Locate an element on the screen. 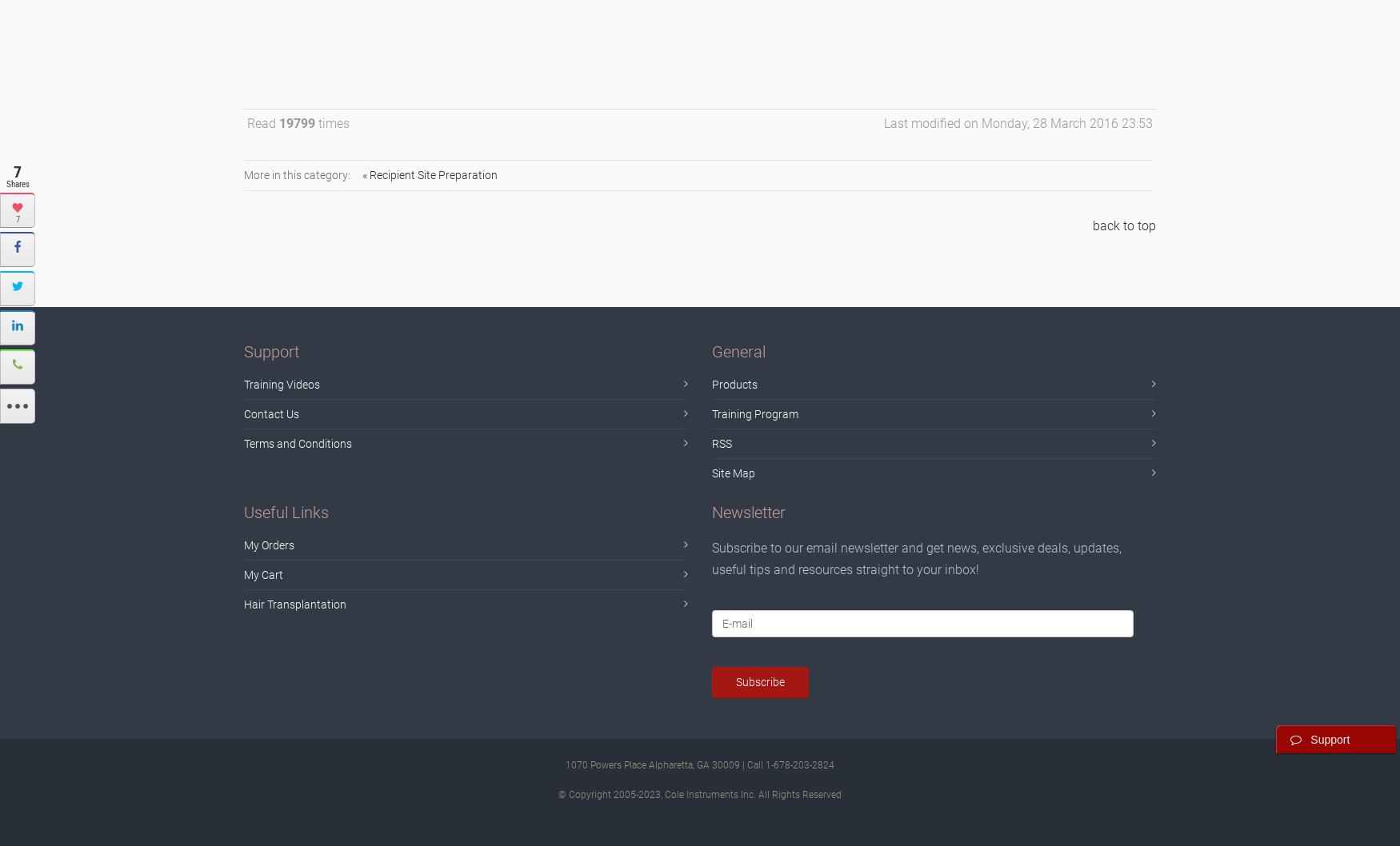  'Read' is located at coordinates (263, 122).